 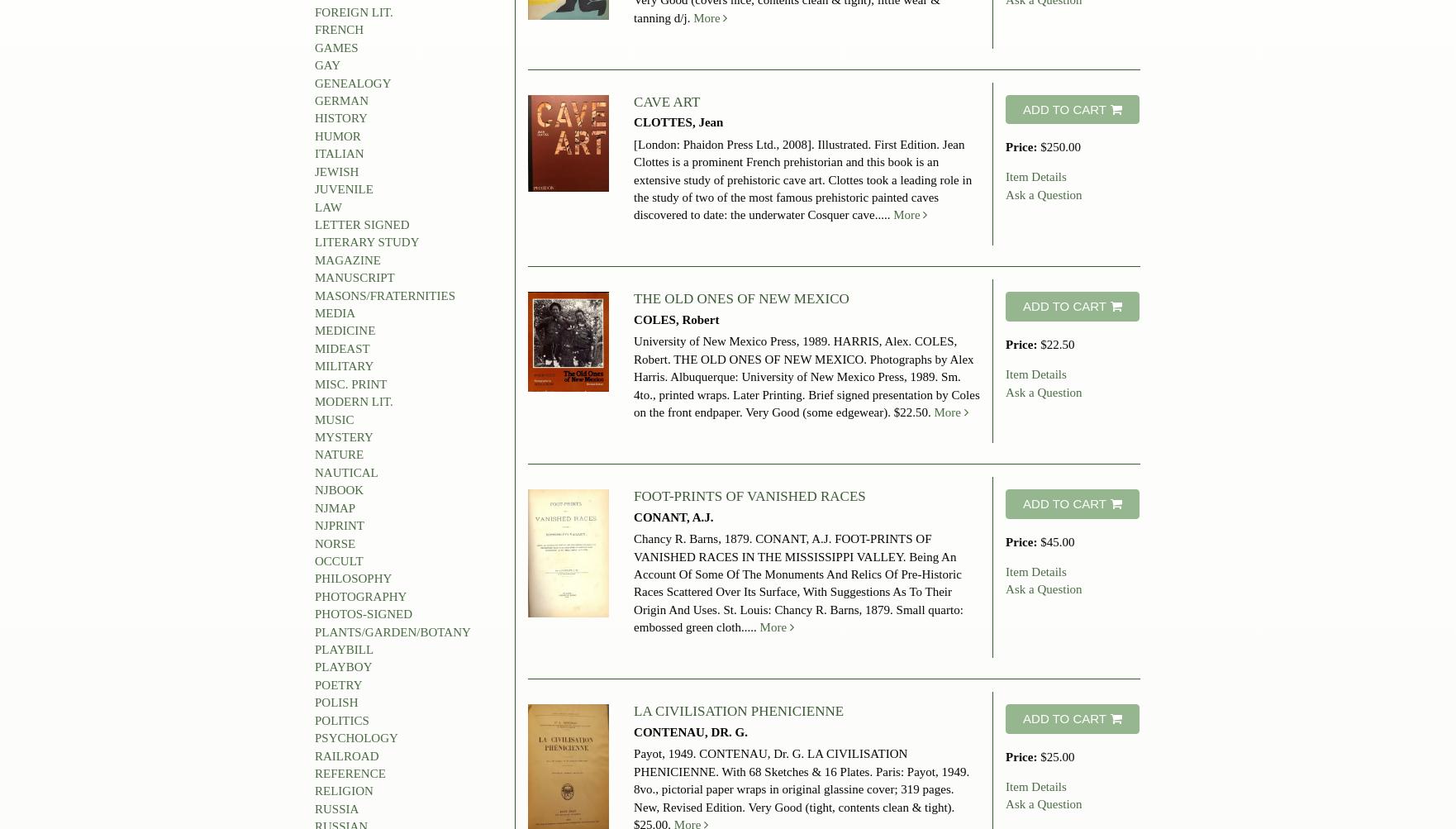 What do you see at coordinates (339, 152) in the screenshot?
I see `'ITALIAN'` at bounding box center [339, 152].